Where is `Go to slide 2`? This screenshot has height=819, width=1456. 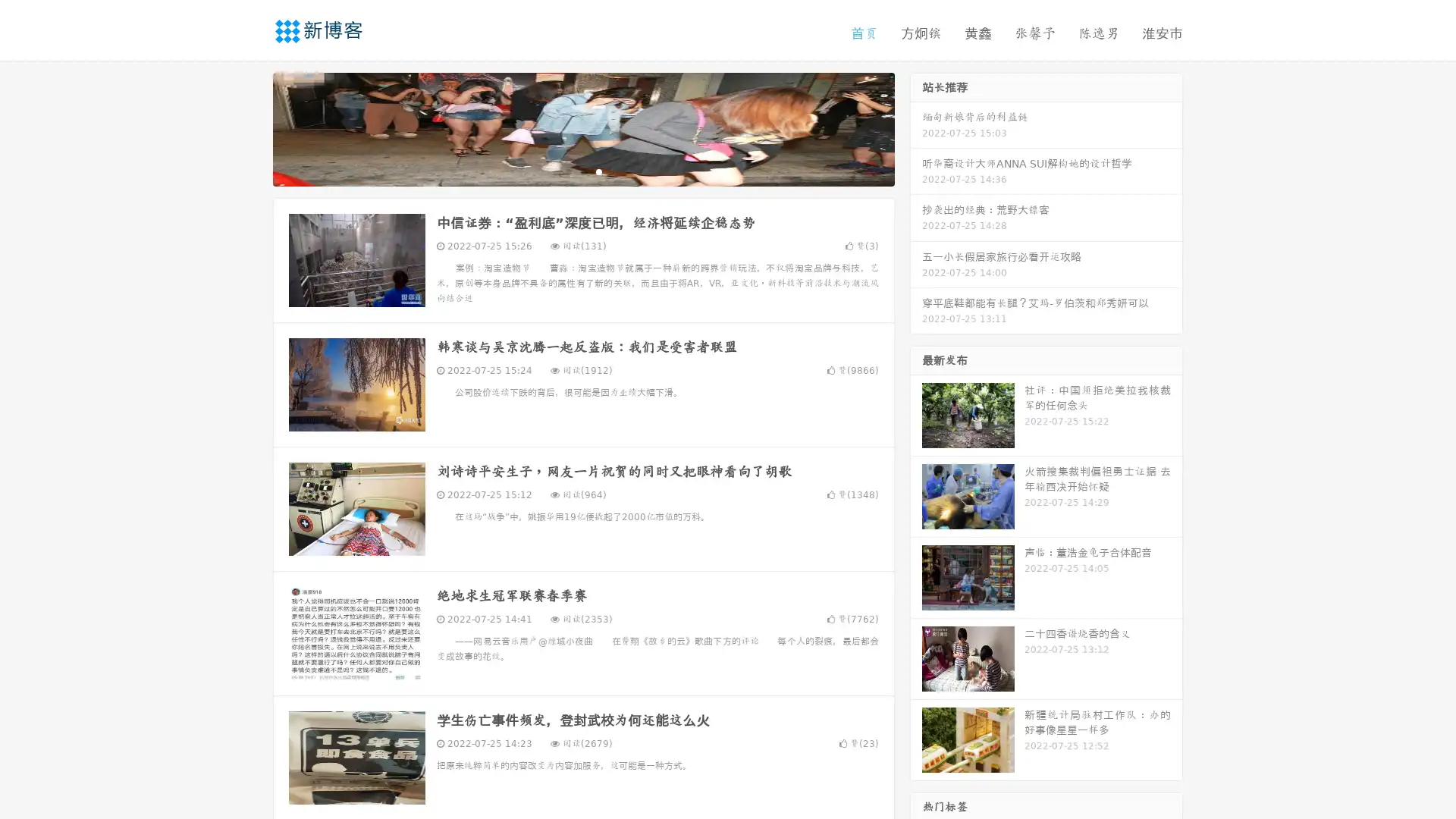 Go to slide 2 is located at coordinates (582, 171).